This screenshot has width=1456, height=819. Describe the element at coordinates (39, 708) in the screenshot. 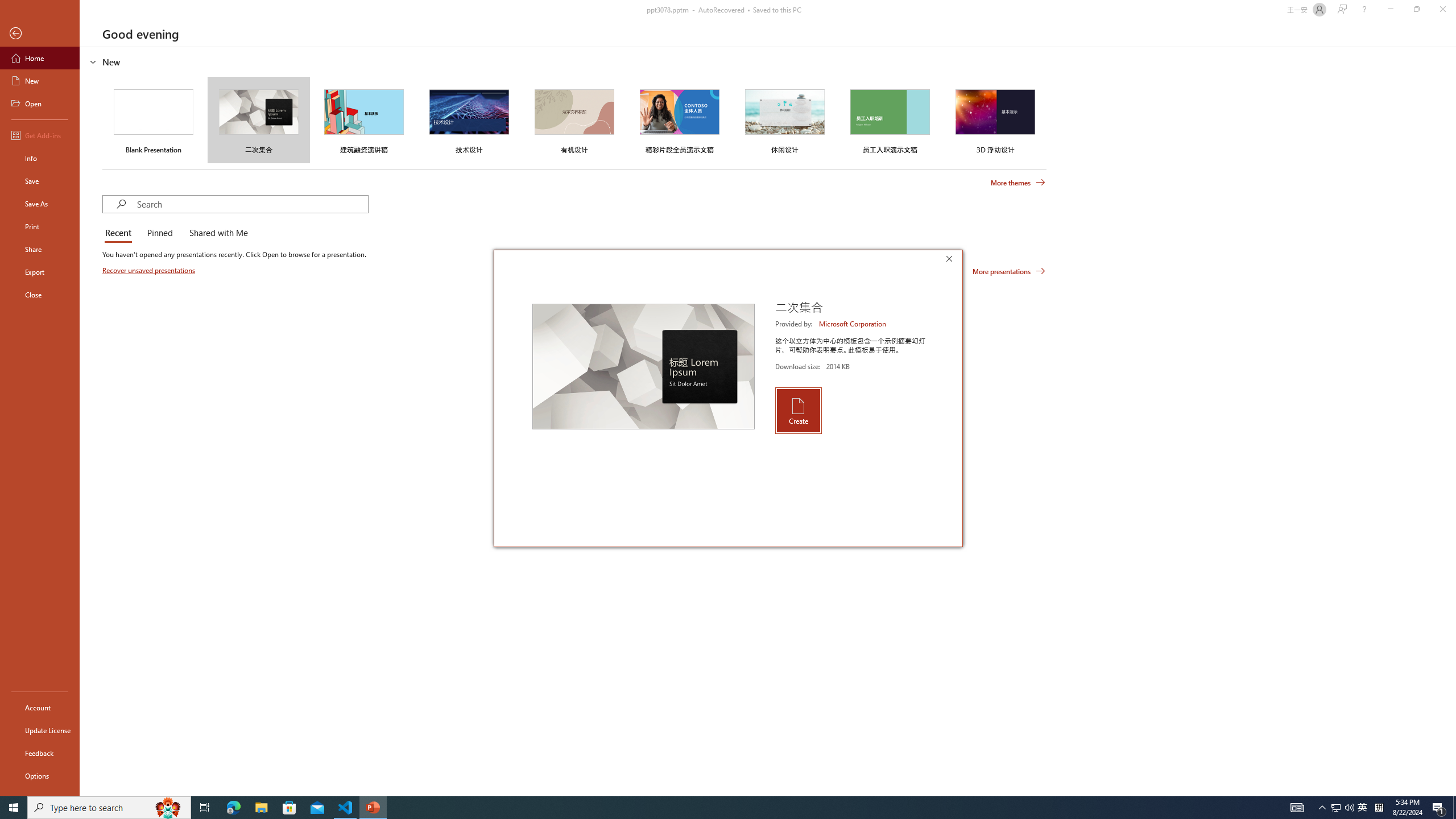

I see `'Account'` at that location.